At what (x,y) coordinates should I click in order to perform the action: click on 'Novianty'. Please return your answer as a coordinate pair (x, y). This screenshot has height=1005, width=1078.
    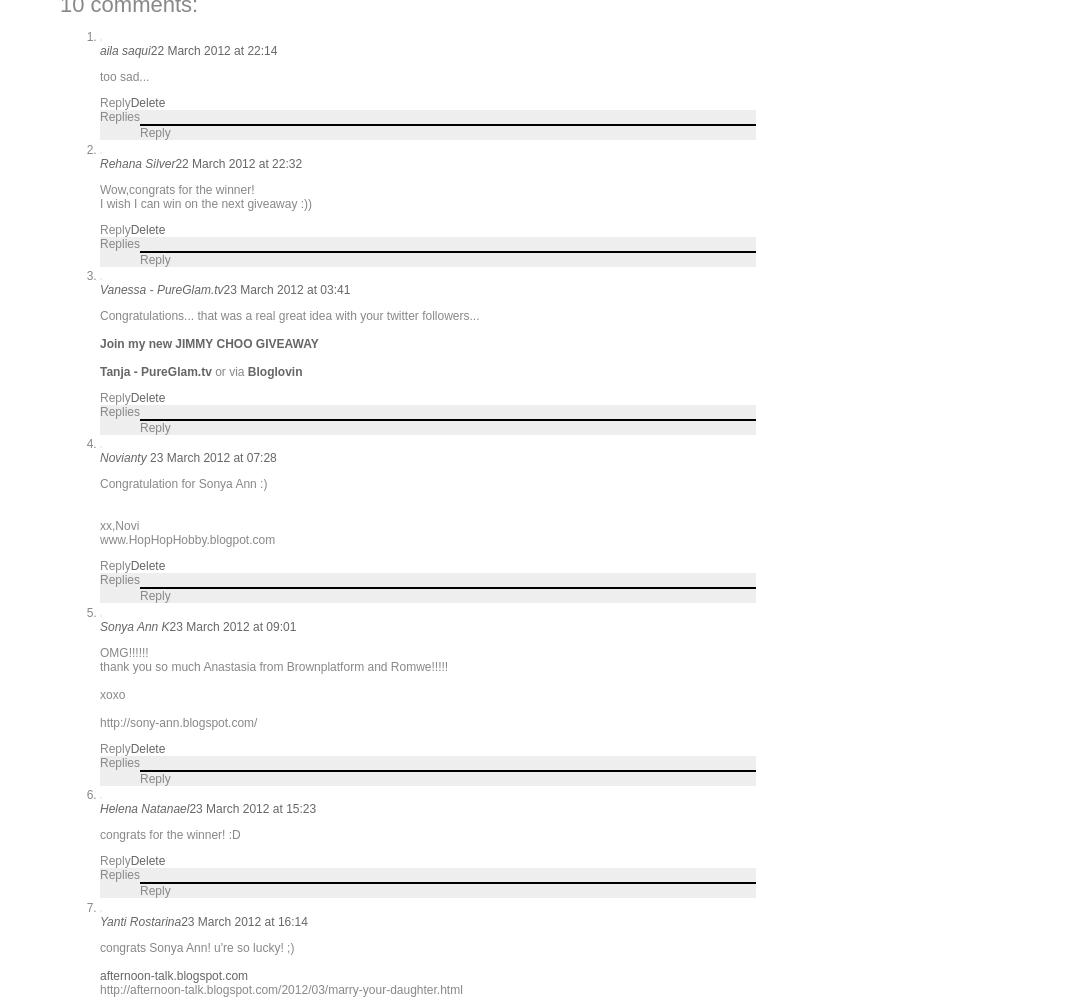
    Looking at the image, I should click on (125, 457).